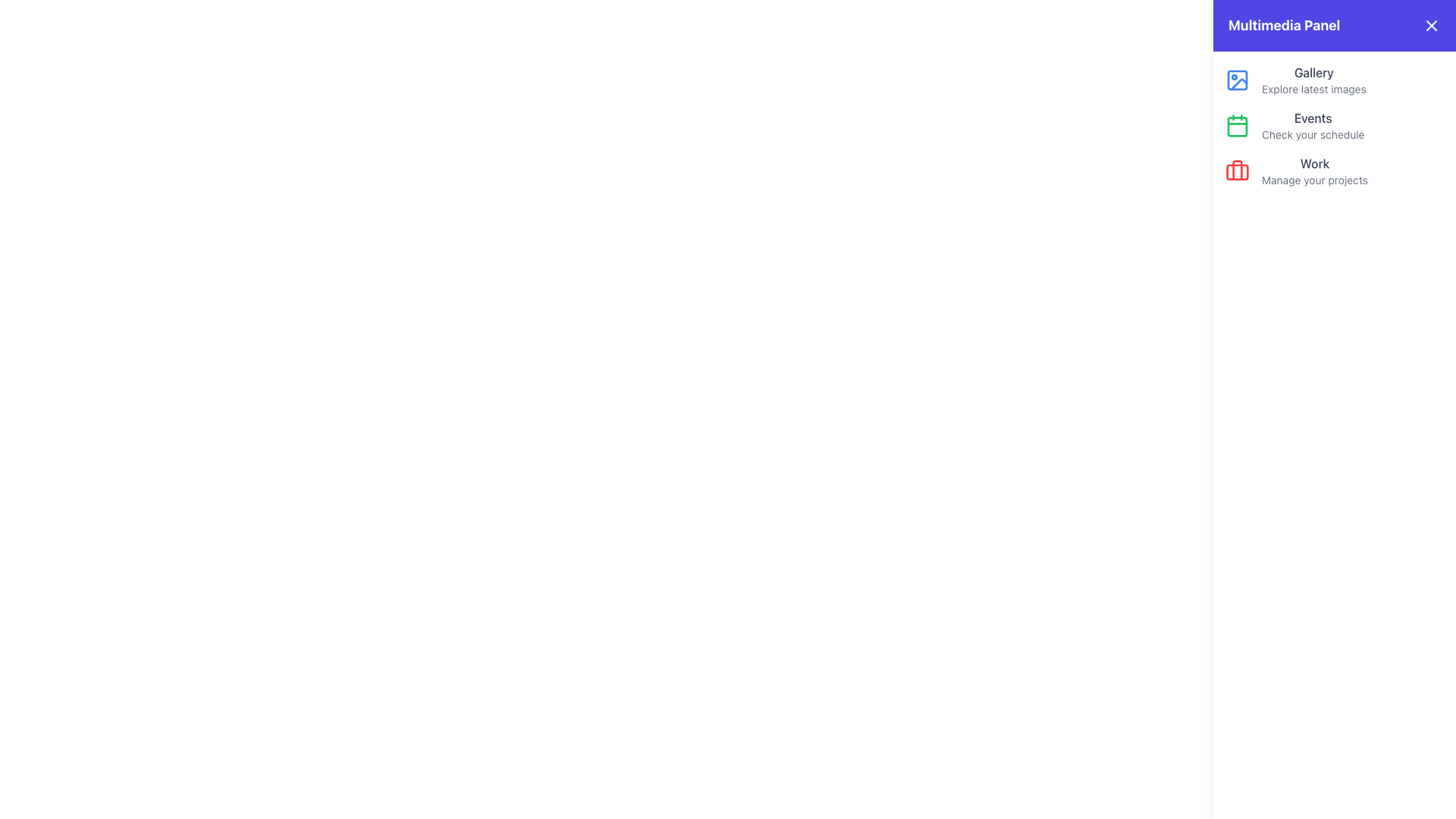 The image size is (1456, 819). Describe the element at coordinates (1312, 124) in the screenshot. I see `the 'Events' menu option in the sidebar` at that location.